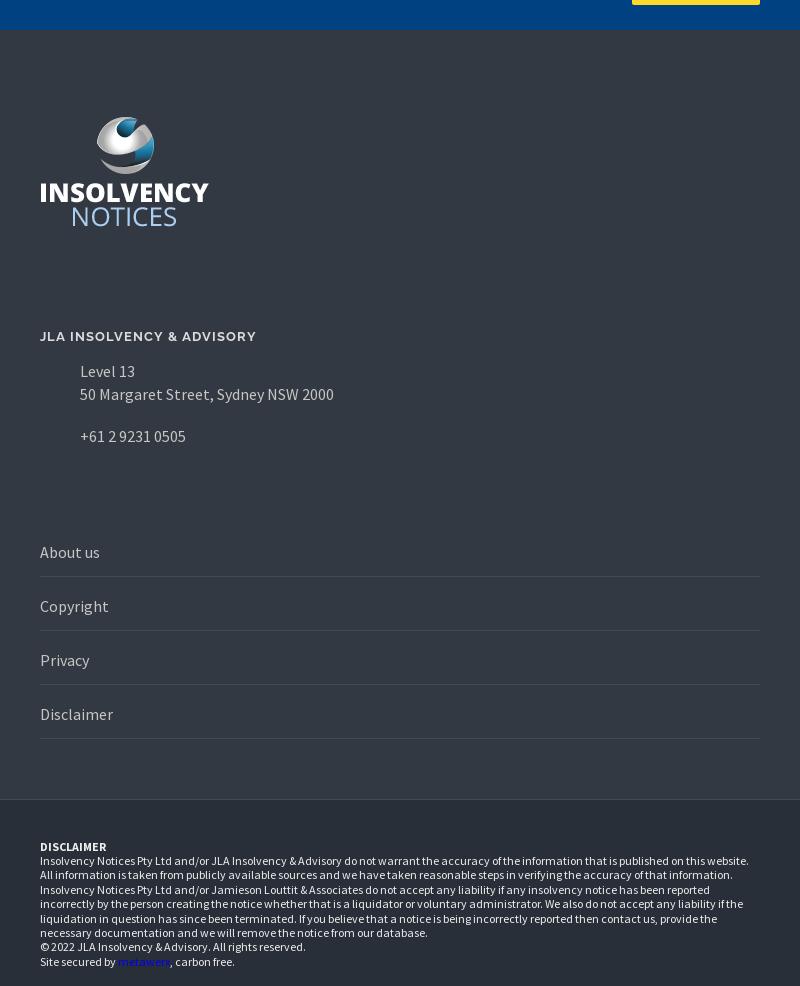 The height and width of the screenshot is (986, 800). I want to click on '+61 2 9231 0505', so click(132, 436).